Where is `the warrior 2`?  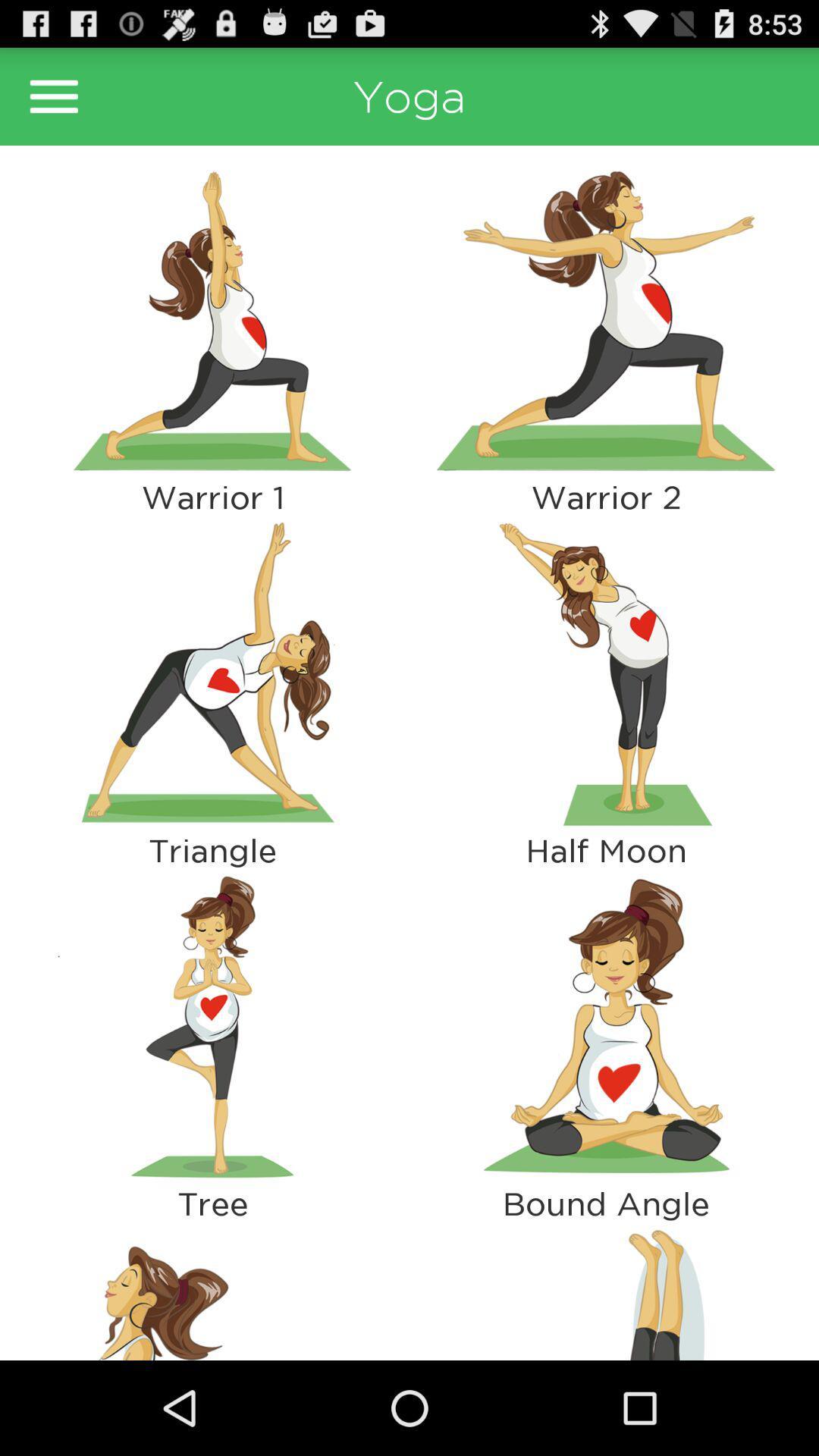 the warrior 2 is located at coordinates (605, 497).